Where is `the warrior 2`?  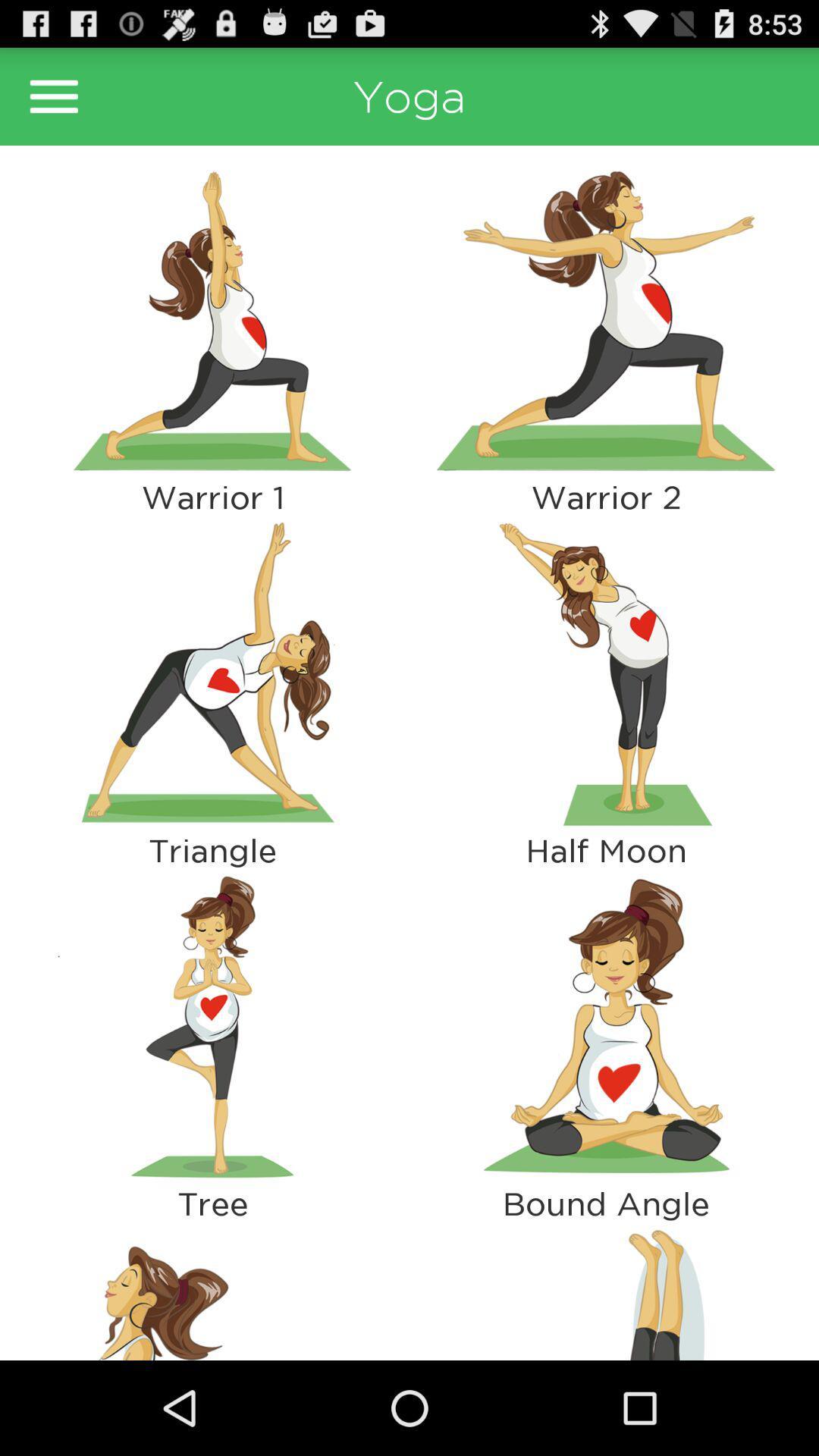 the warrior 2 is located at coordinates (605, 497).